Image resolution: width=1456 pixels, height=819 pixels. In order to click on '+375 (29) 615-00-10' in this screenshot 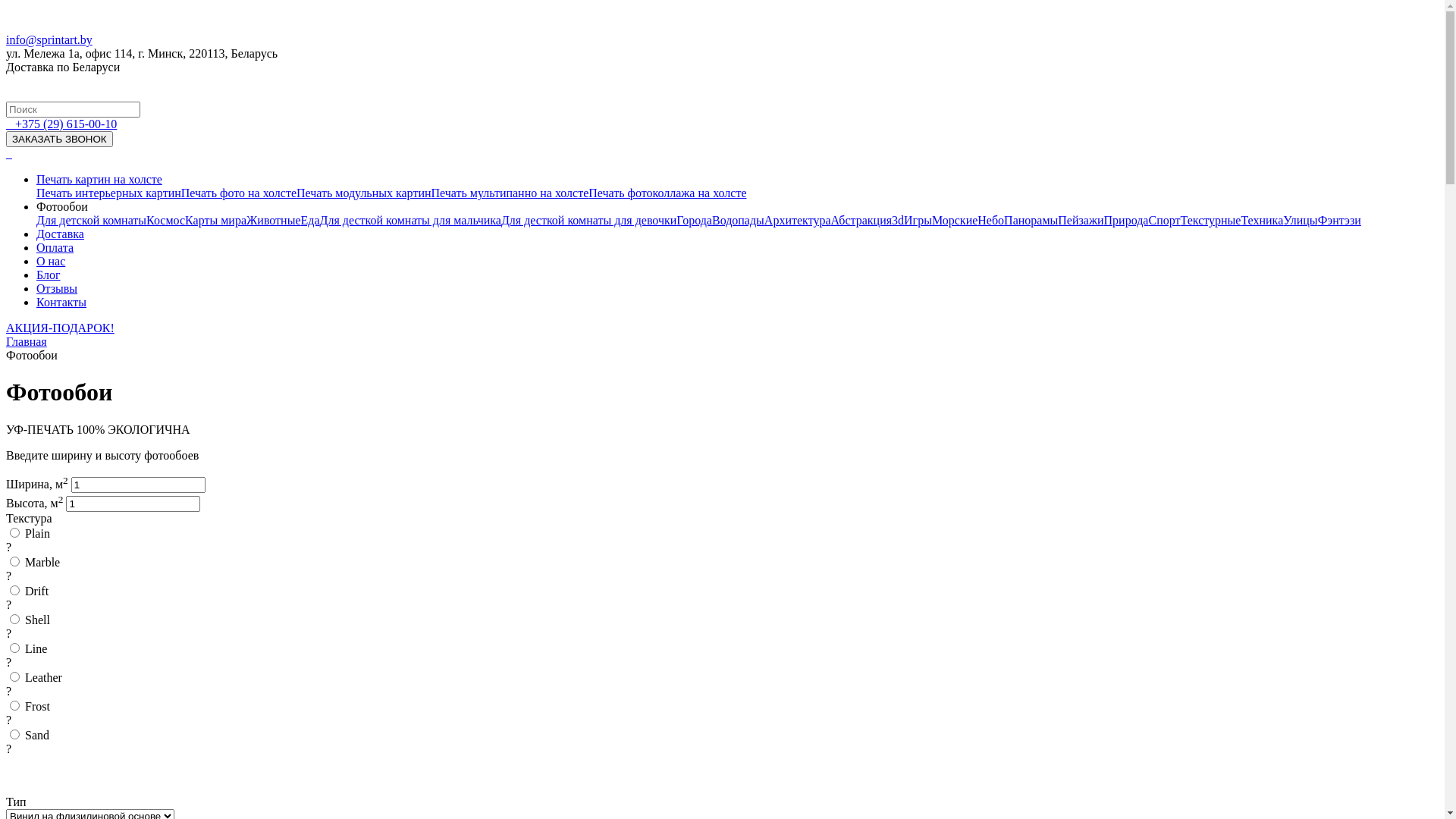, I will do `click(14, 123)`.